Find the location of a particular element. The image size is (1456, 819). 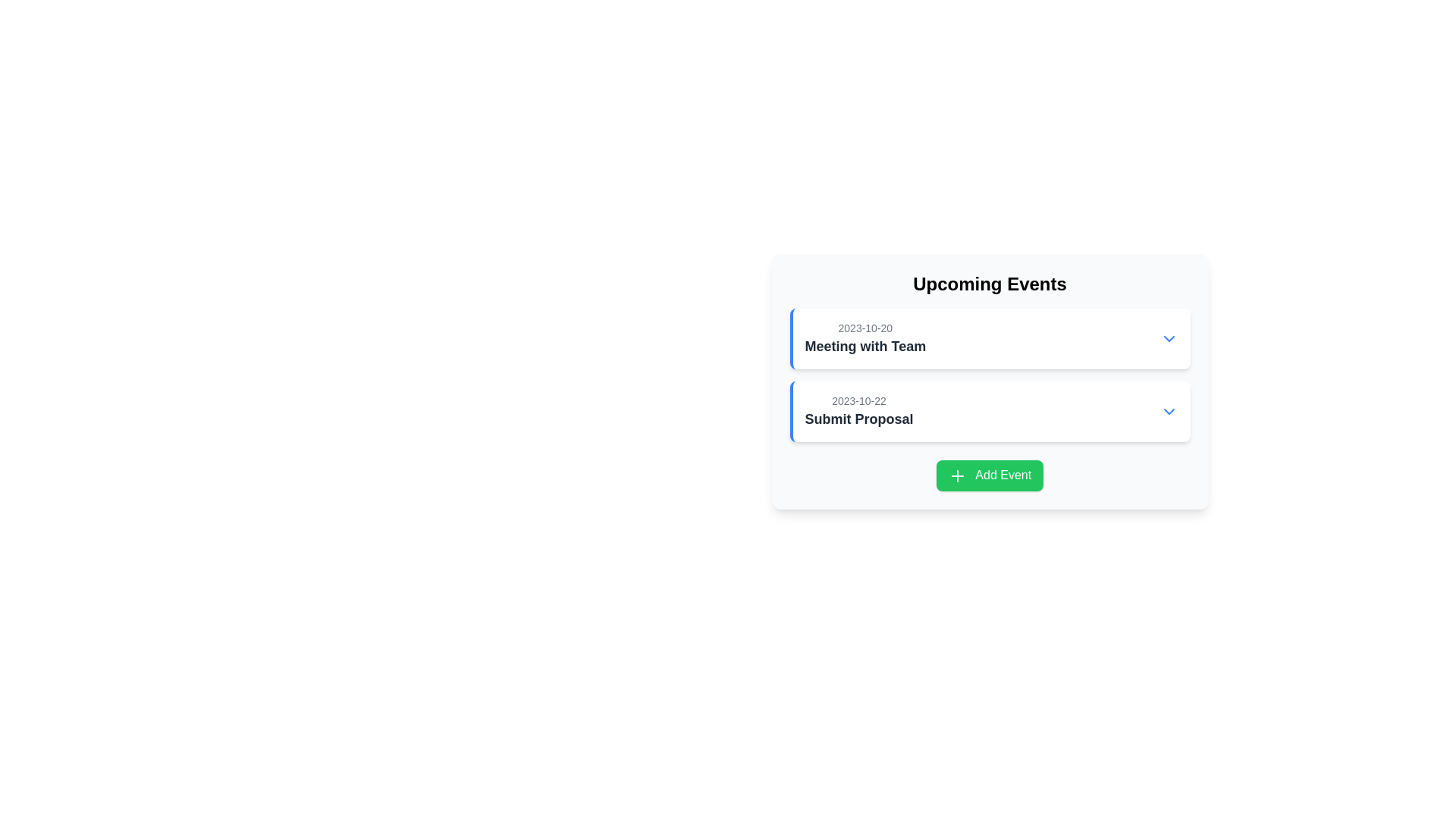

the green 'Add Event' button with white text and a plus icon to initiate adding an event is located at coordinates (990, 475).